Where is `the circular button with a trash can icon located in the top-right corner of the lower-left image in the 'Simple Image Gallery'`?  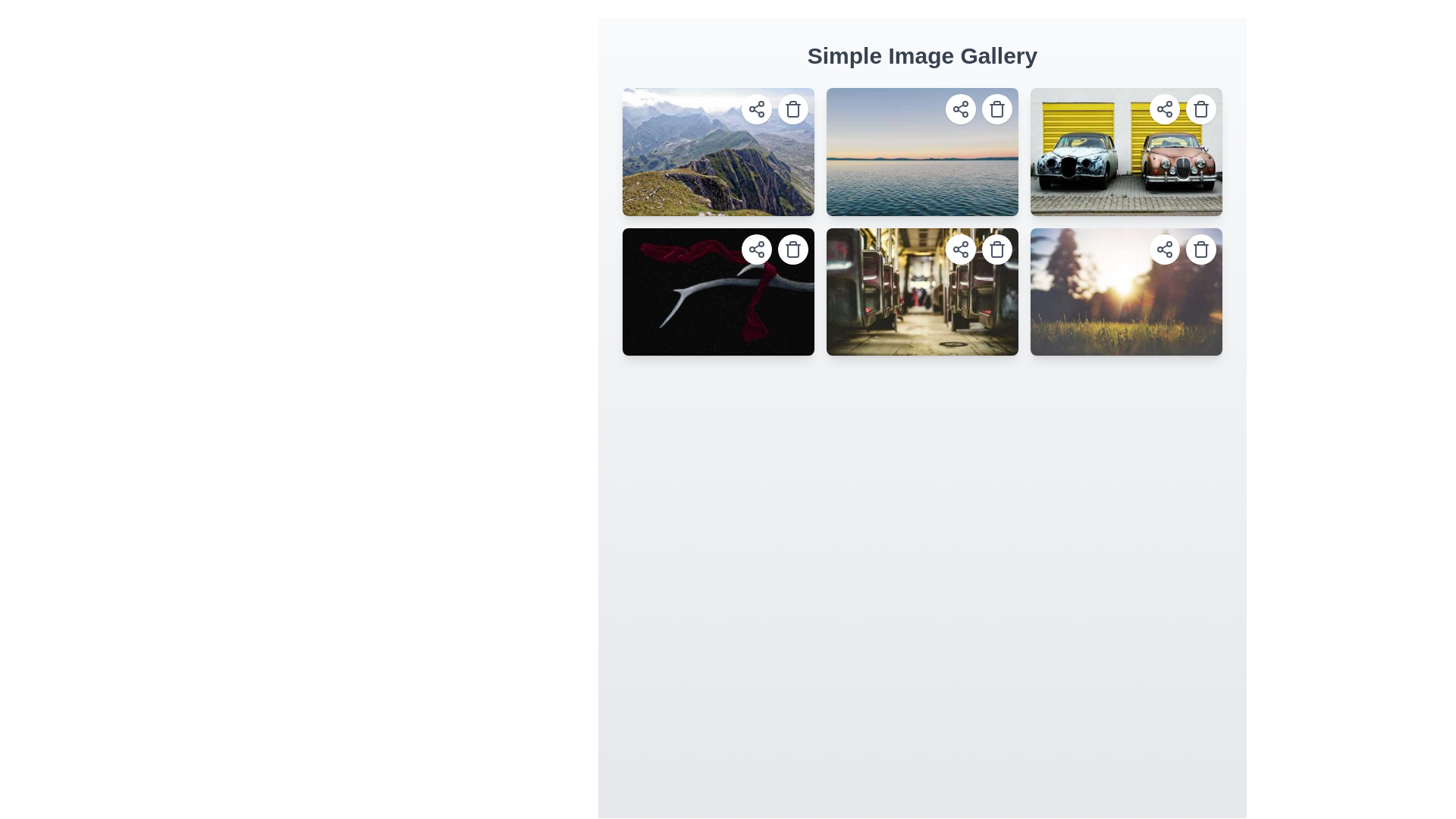 the circular button with a trash can icon located in the top-right corner of the lower-left image in the 'Simple Image Gallery' is located at coordinates (792, 247).